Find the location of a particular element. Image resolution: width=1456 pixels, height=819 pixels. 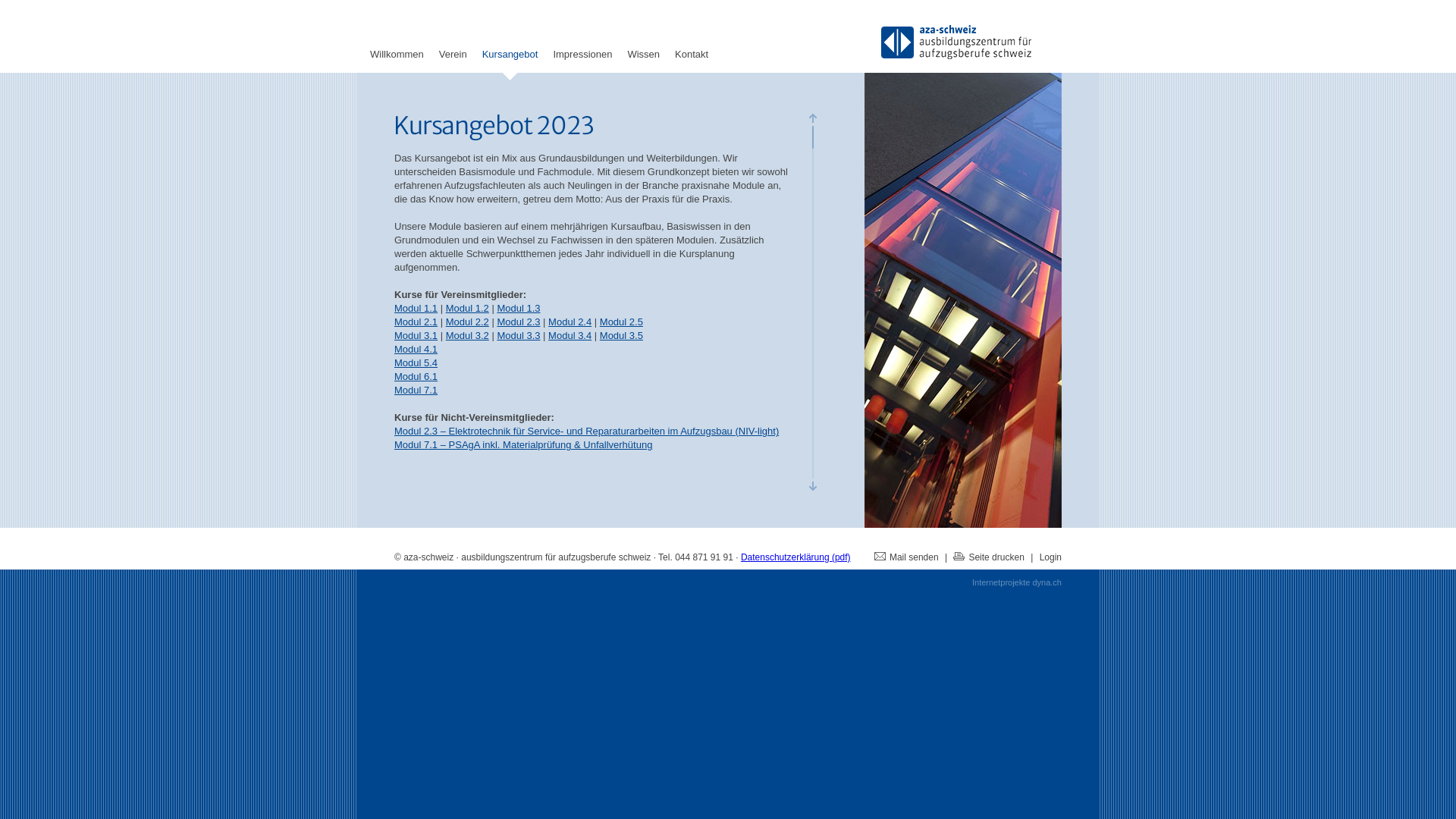

'Verein' is located at coordinates (452, 67).